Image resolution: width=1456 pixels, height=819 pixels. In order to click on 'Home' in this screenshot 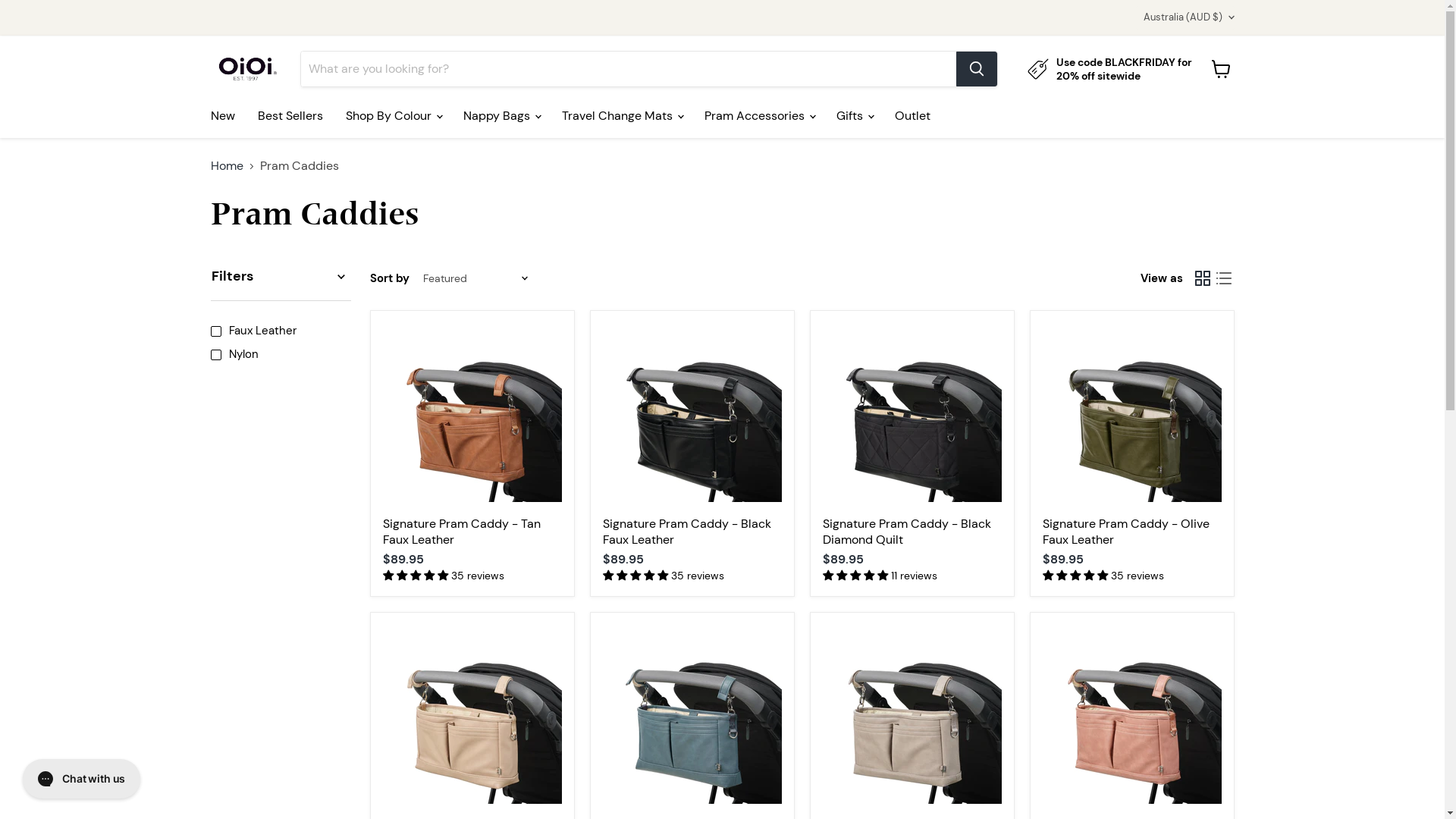, I will do `click(226, 166)`.